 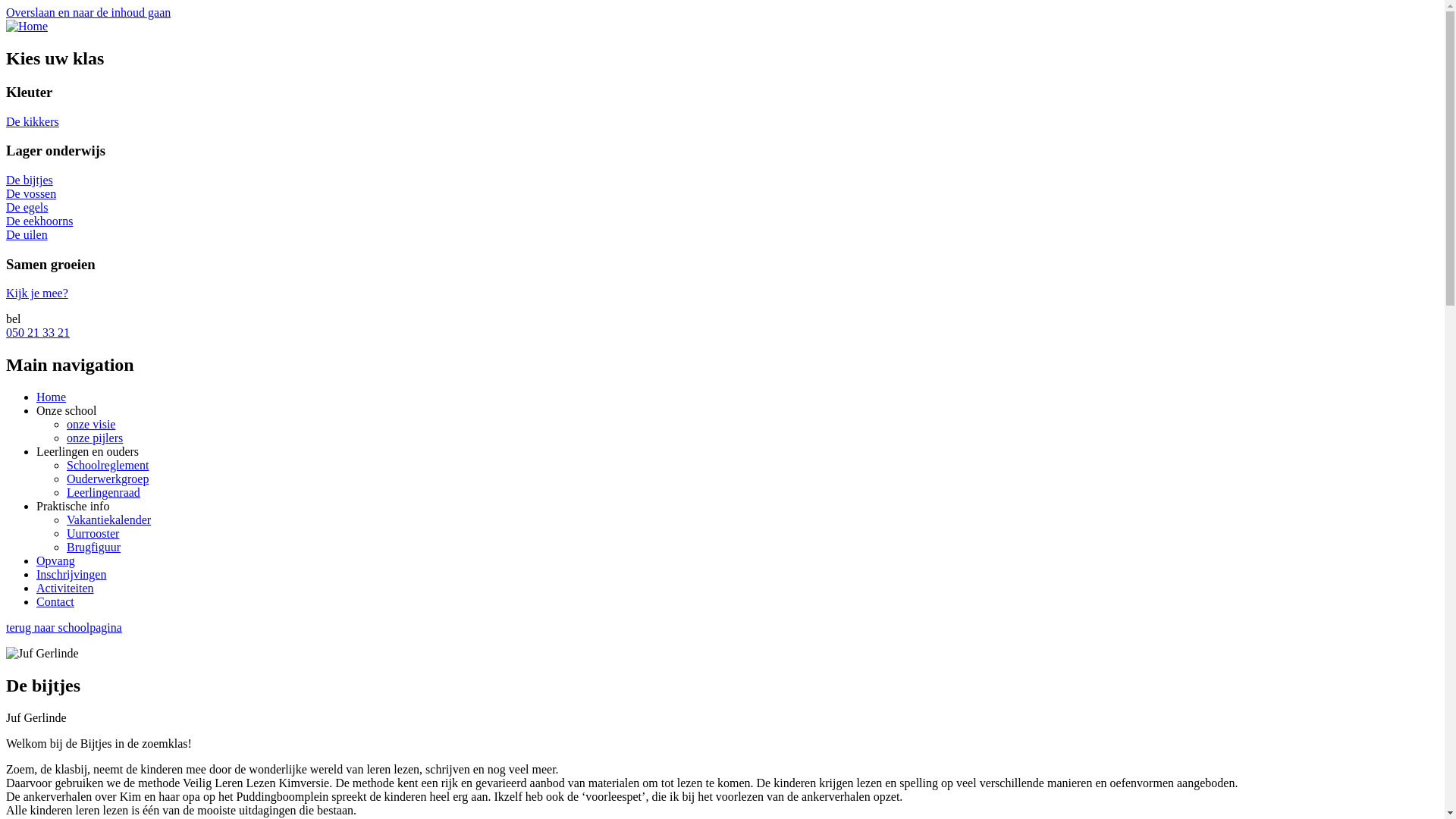 What do you see at coordinates (107, 479) in the screenshot?
I see `'Ouderwerkgroep'` at bounding box center [107, 479].